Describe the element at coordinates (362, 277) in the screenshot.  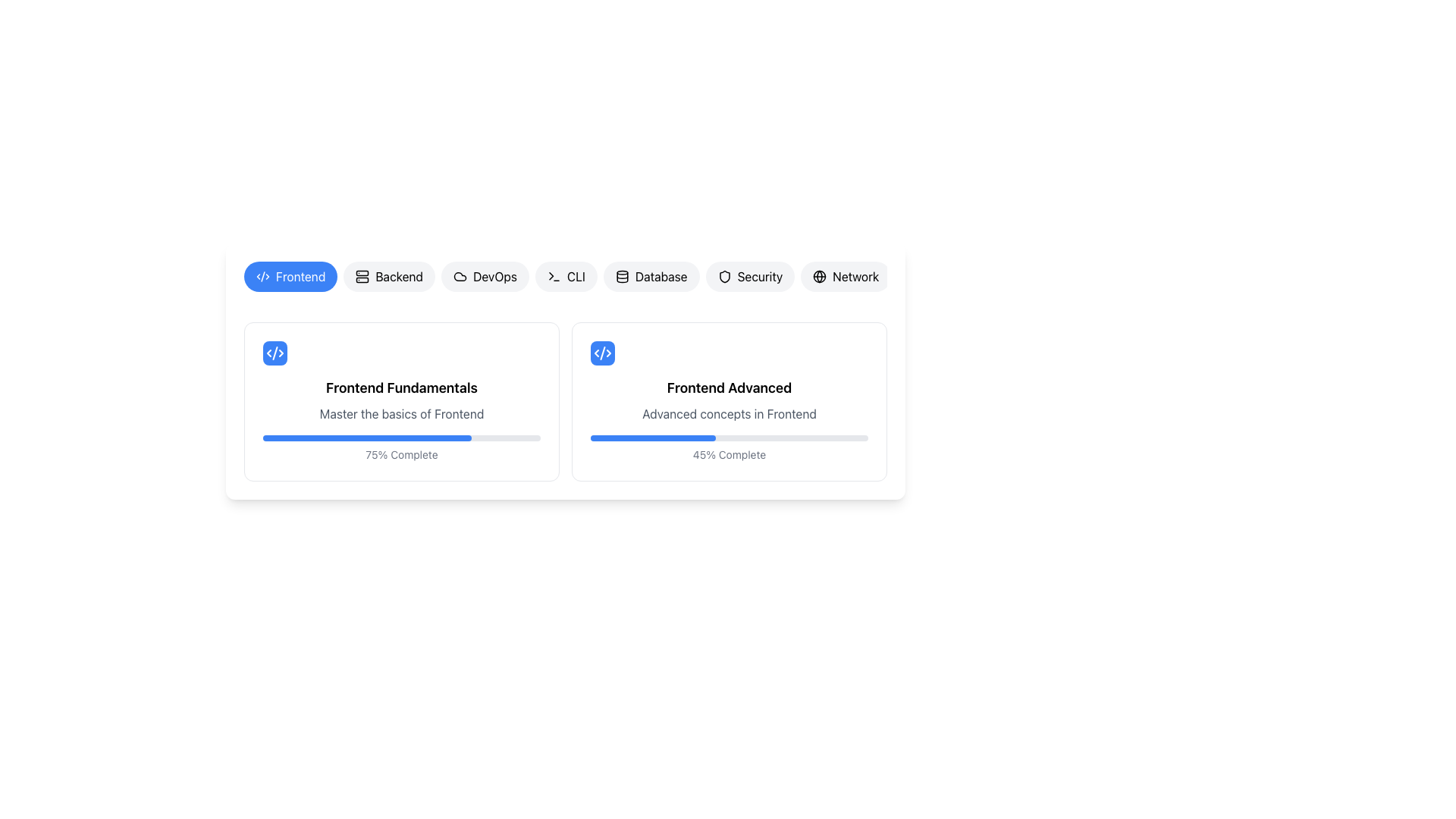
I see `the server rack icon located inside the 'Backend' button to potentially view additional information or highlights` at that location.